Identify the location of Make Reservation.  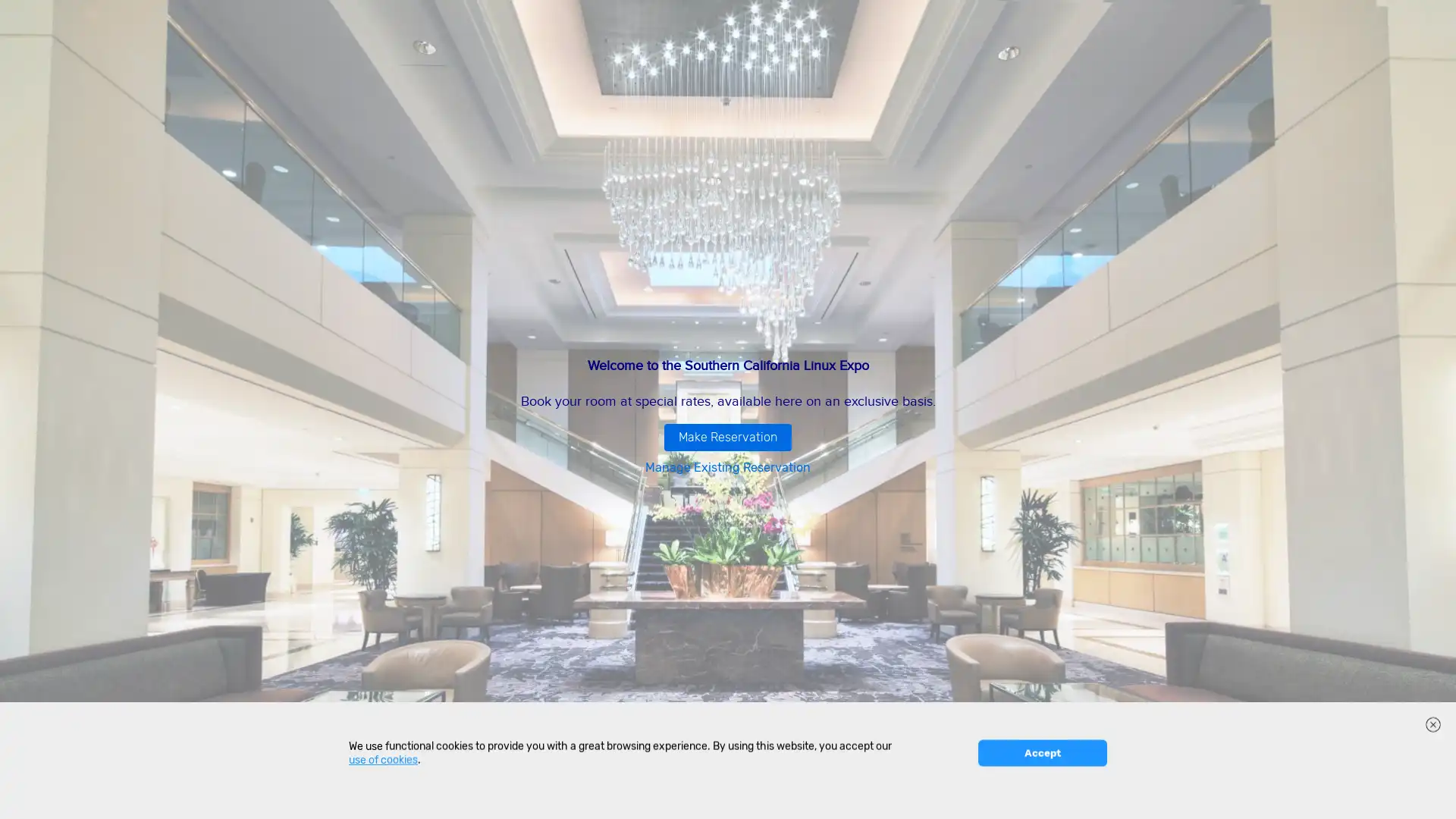
(728, 436).